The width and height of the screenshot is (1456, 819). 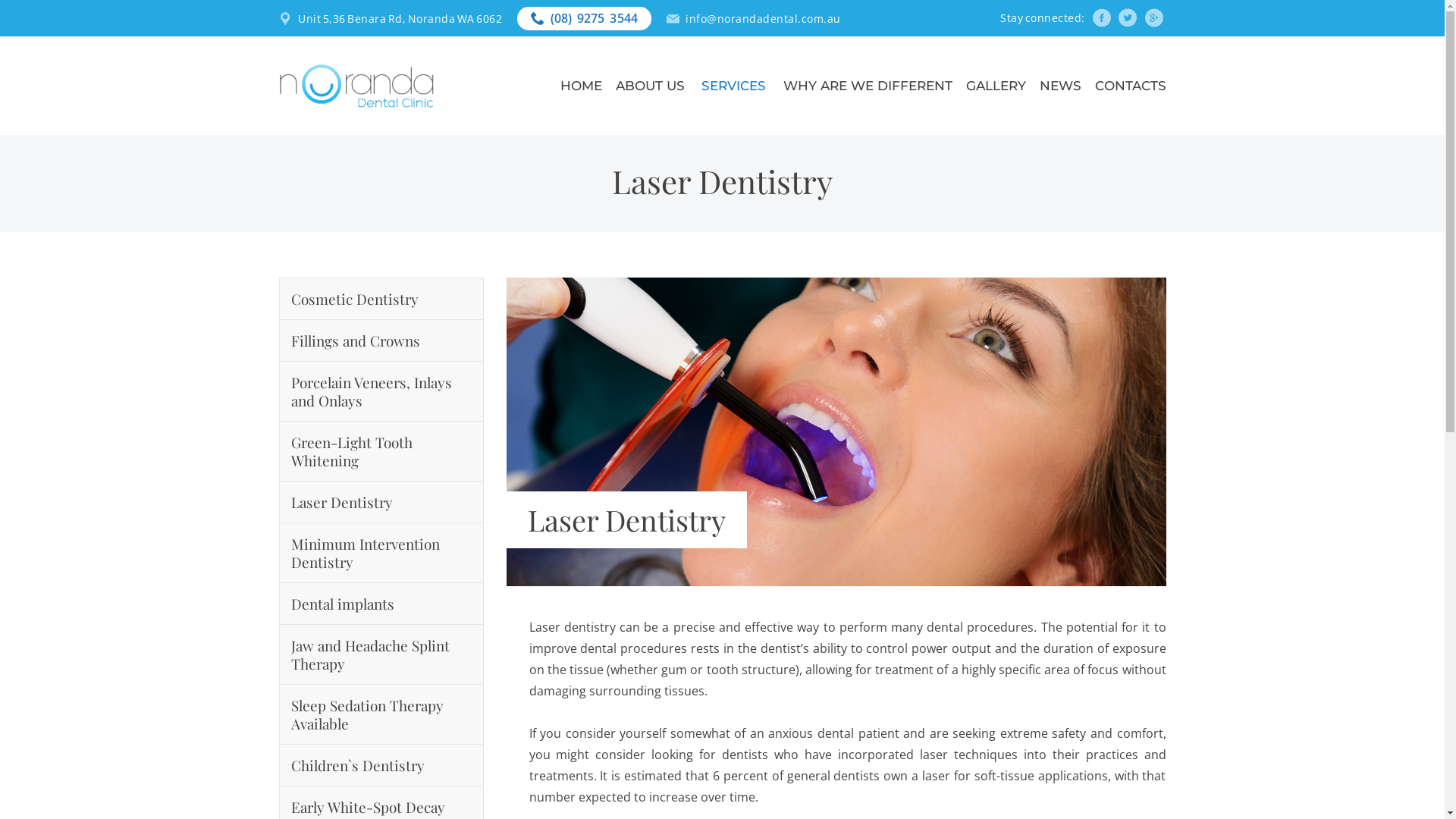 I want to click on 'Laser Dentistry', so click(x=381, y=502).